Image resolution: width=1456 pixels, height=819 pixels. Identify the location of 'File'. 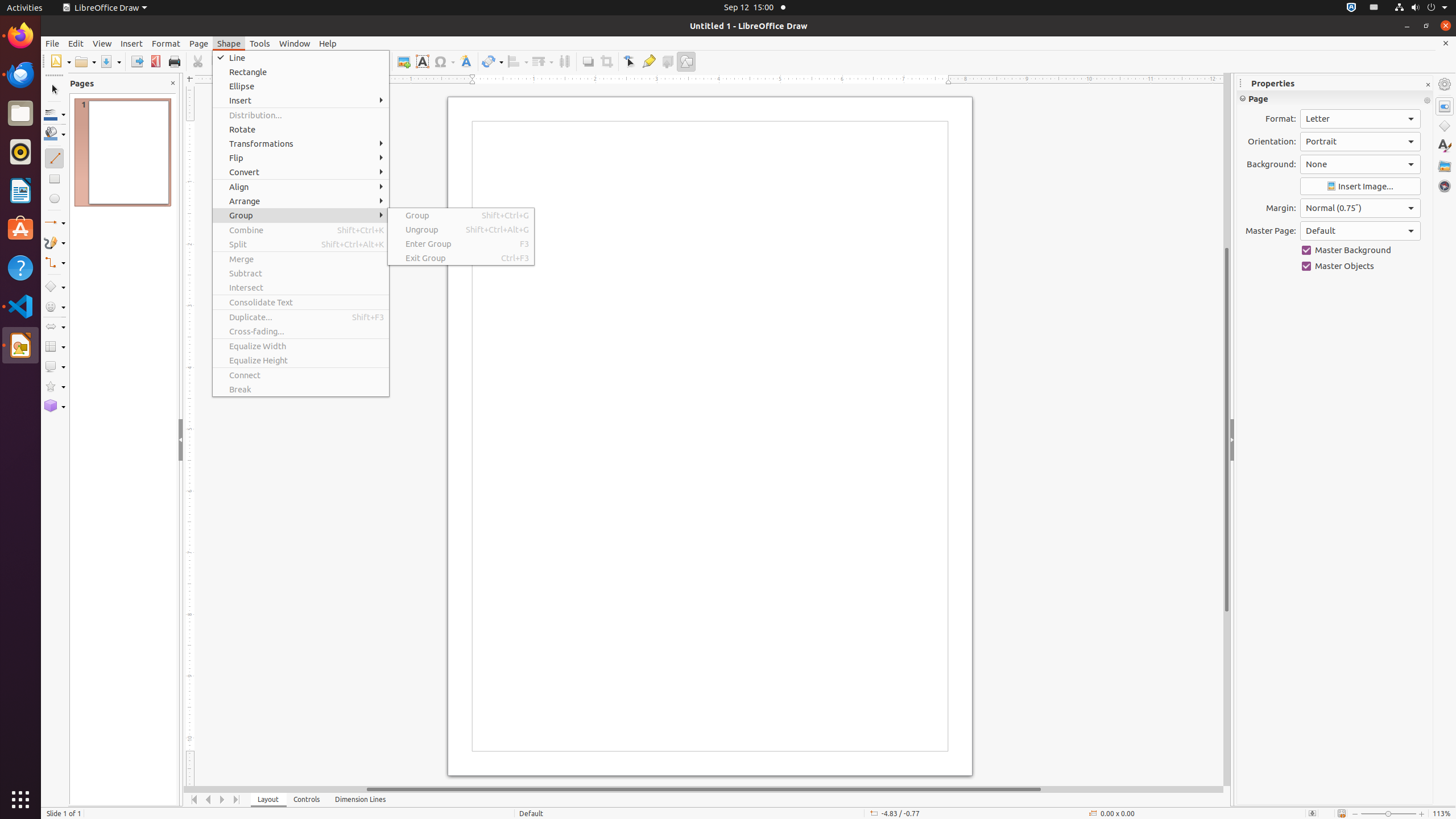
(51, 43).